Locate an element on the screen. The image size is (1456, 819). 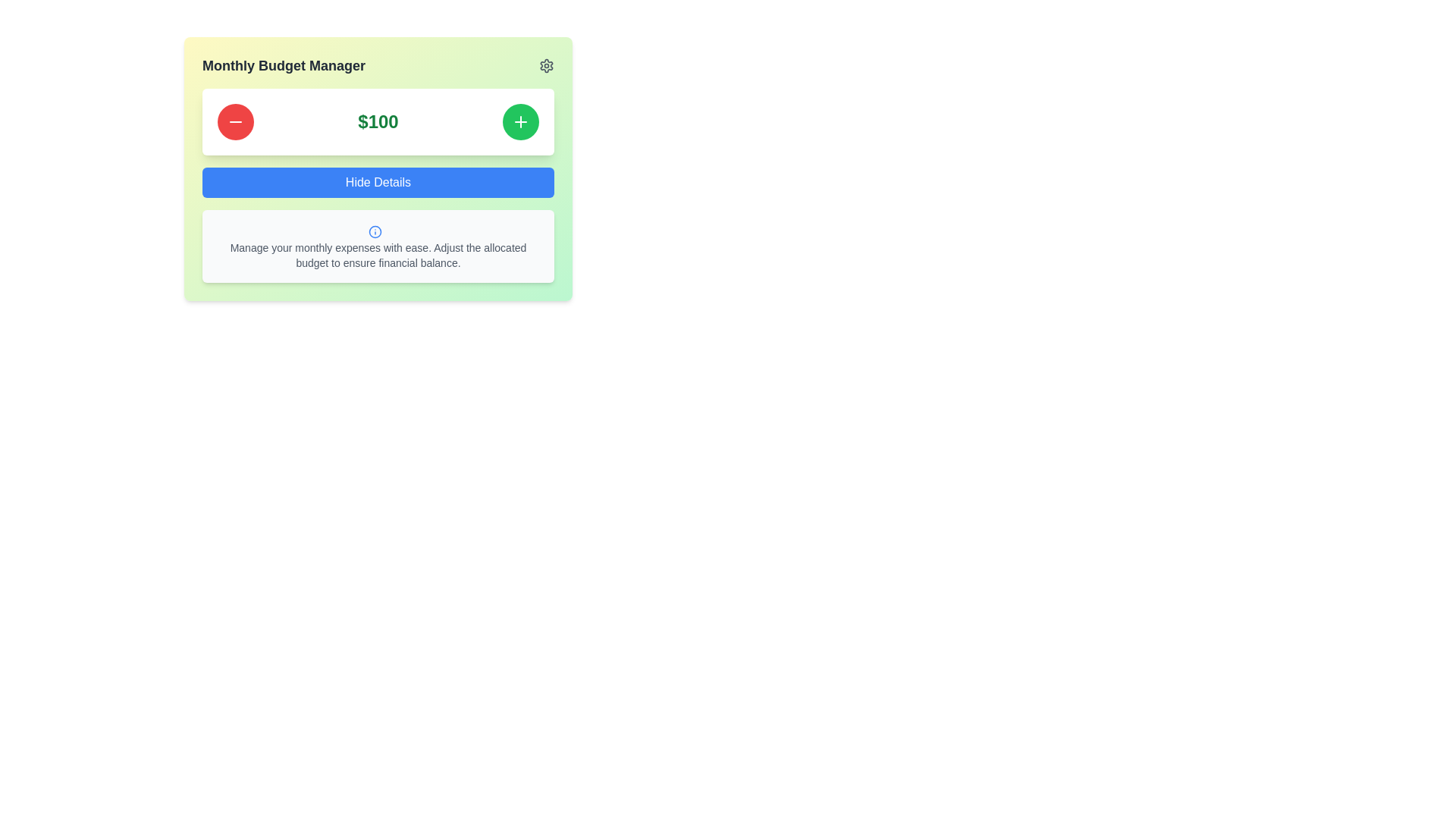
the plus button in the budget adjustment section, which is located between the title 'Monthly Budget Manager' and the 'Hide Details' button is located at coordinates (378, 121).